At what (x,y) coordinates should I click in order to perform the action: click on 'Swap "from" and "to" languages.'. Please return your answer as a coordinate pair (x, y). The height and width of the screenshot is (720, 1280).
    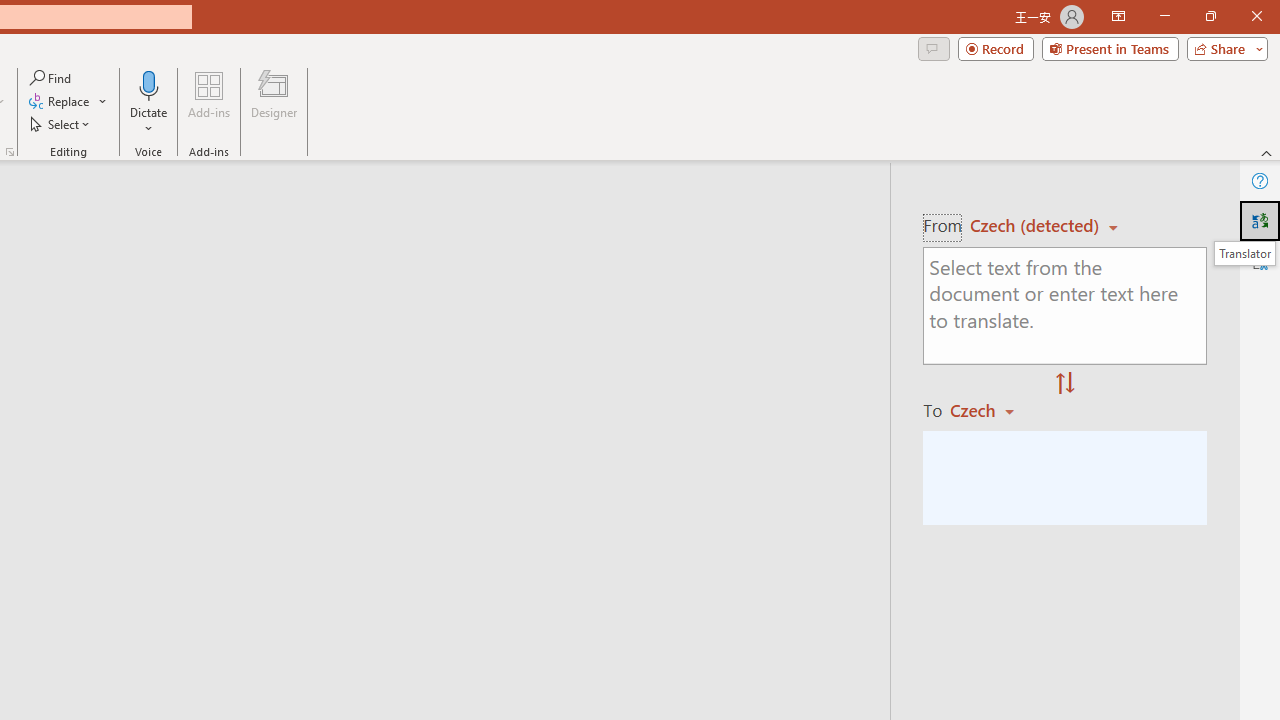
    Looking at the image, I should click on (1064, 384).